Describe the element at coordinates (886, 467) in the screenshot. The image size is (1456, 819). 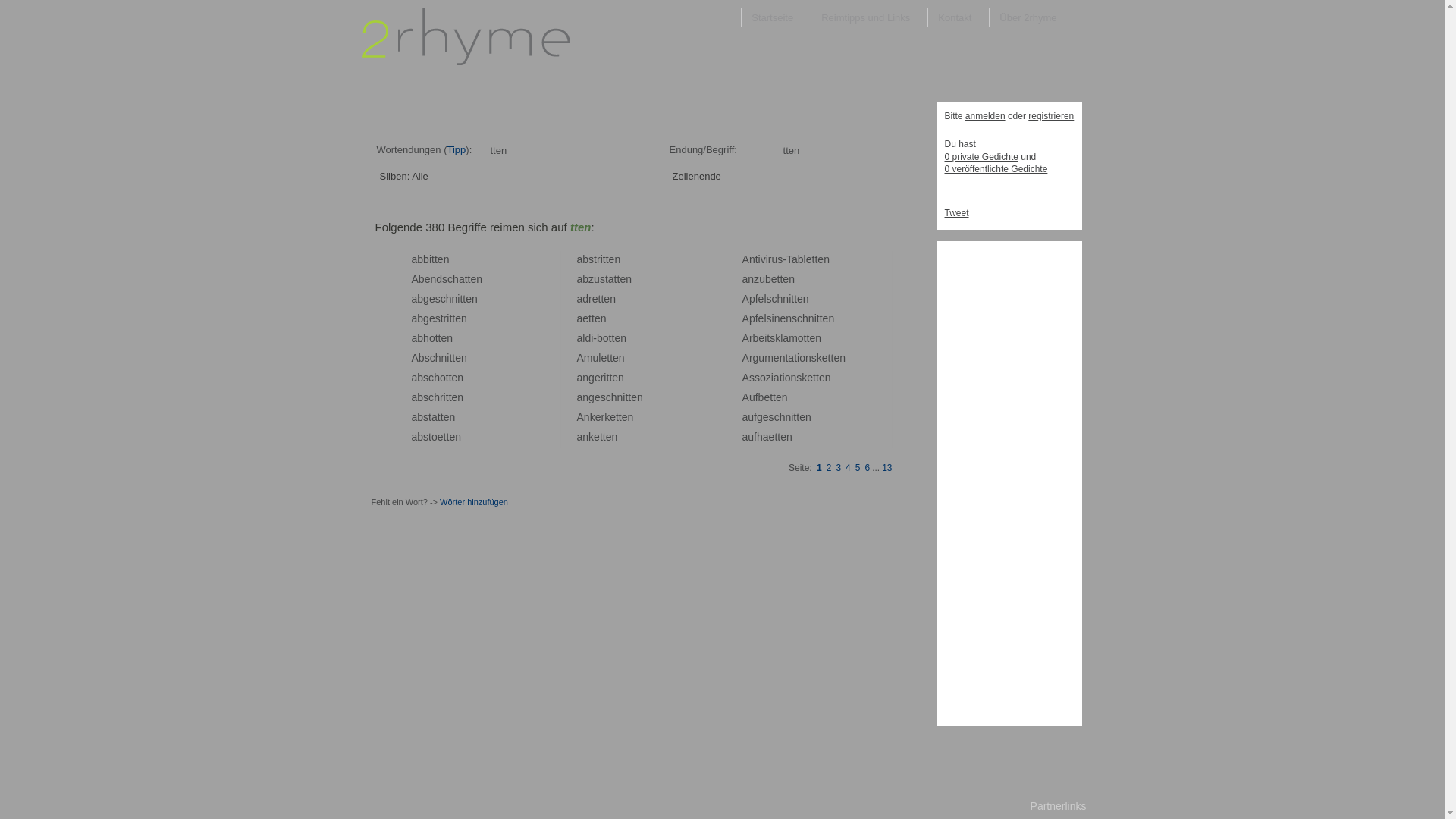
I see `'13'` at that location.